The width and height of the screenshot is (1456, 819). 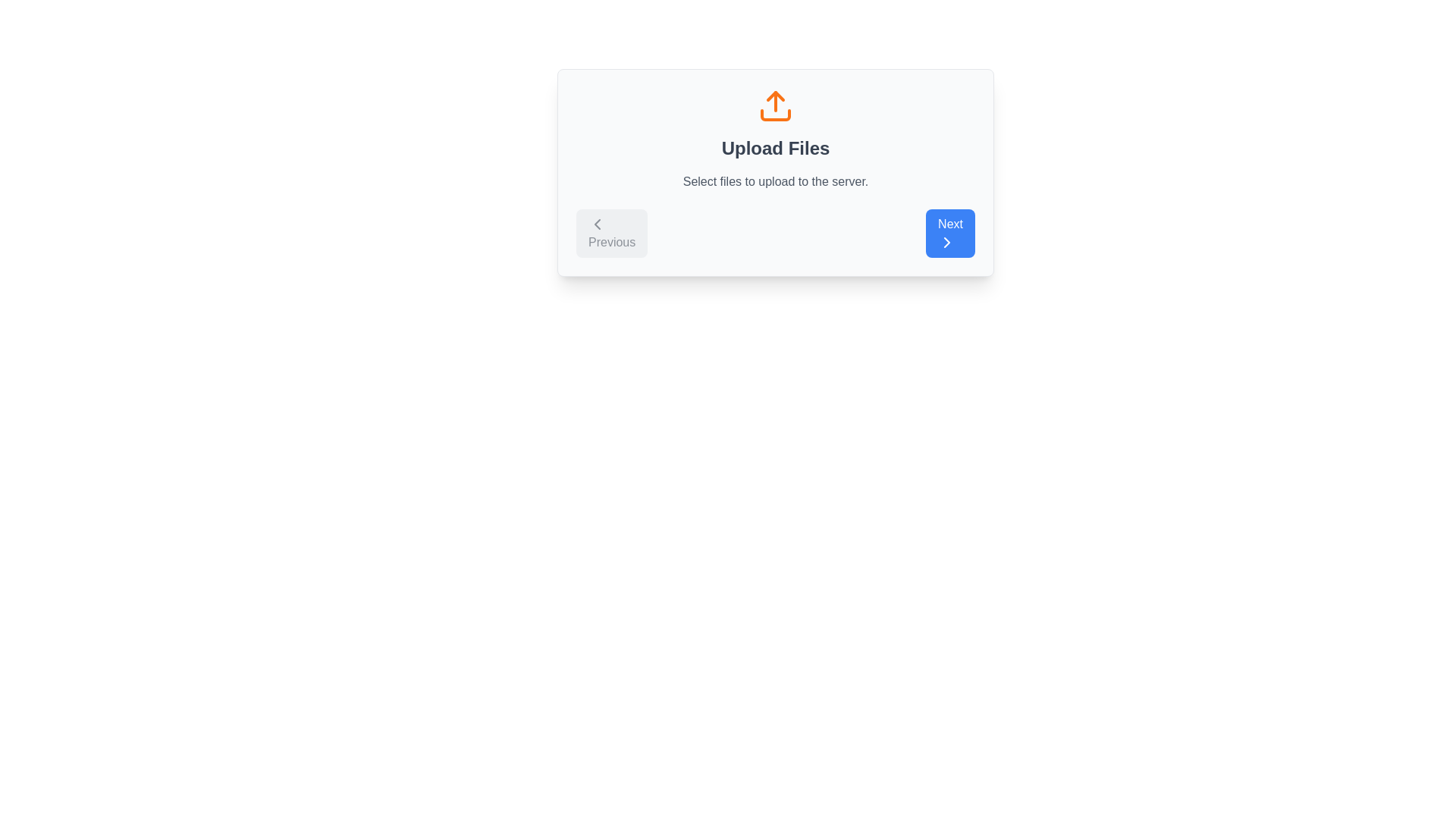 What do you see at coordinates (612, 234) in the screenshot?
I see `the 'Previous' button located at the bottom left of the card interface, which features a left arrow icon and dark gray text on a light gray background` at bounding box center [612, 234].